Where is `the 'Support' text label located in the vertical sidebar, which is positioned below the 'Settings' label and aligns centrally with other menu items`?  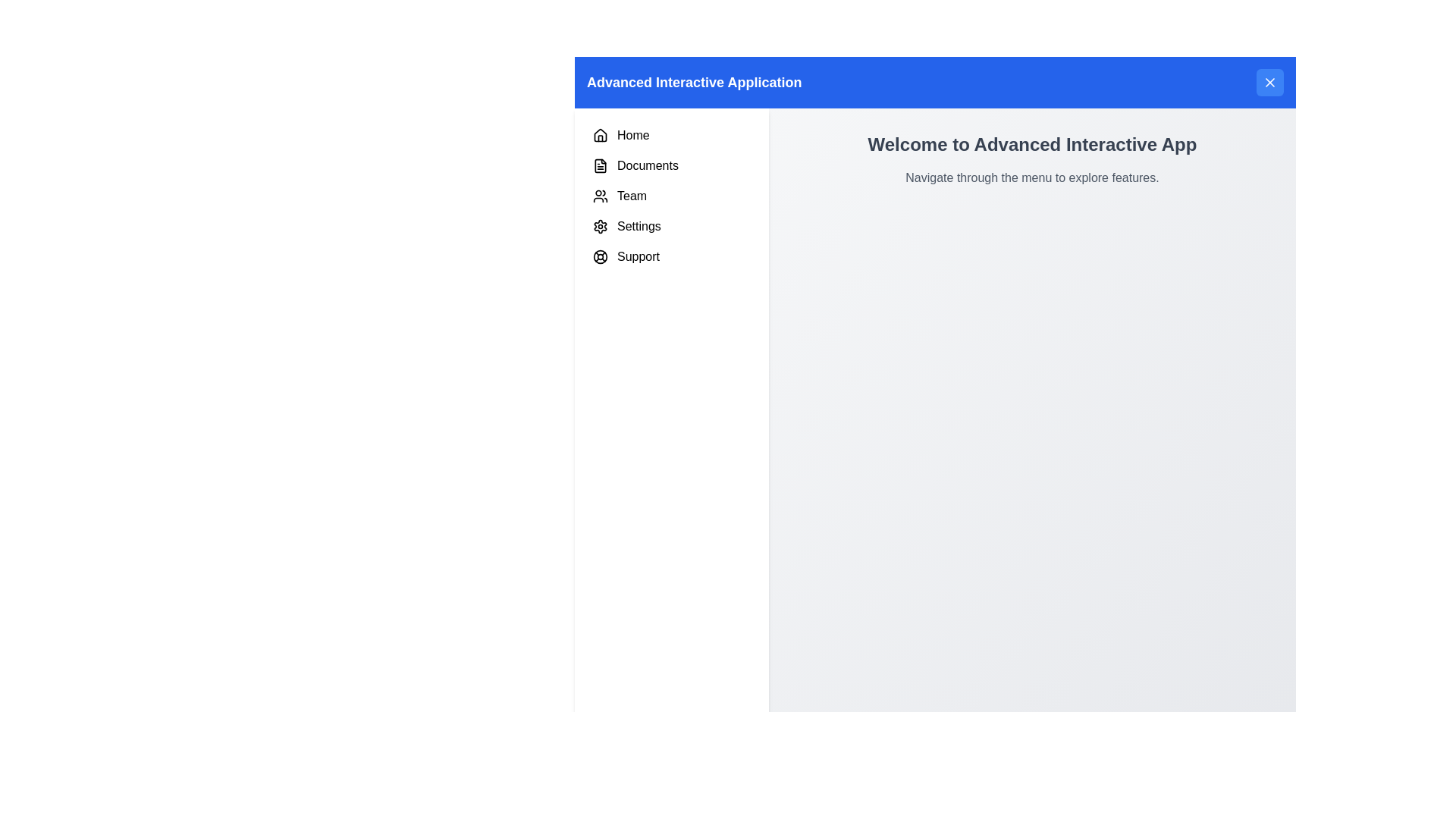 the 'Support' text label located in the vertical sidebar, which is positioned below the 'Settings' label and aligns centrally with other menu items is located at coordinates (639, 256).